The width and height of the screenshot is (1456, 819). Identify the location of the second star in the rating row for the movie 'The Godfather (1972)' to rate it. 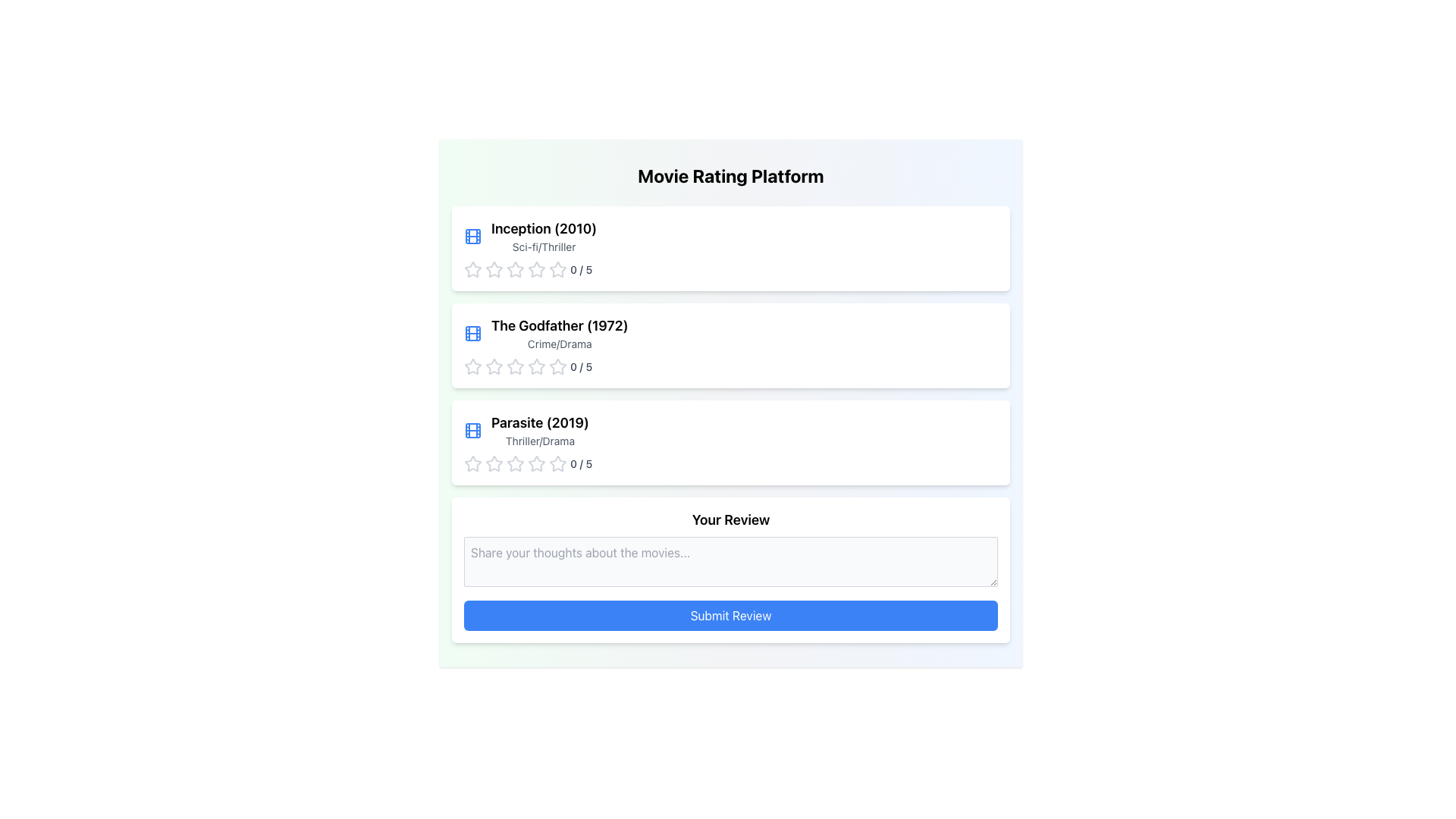
(537, 366).